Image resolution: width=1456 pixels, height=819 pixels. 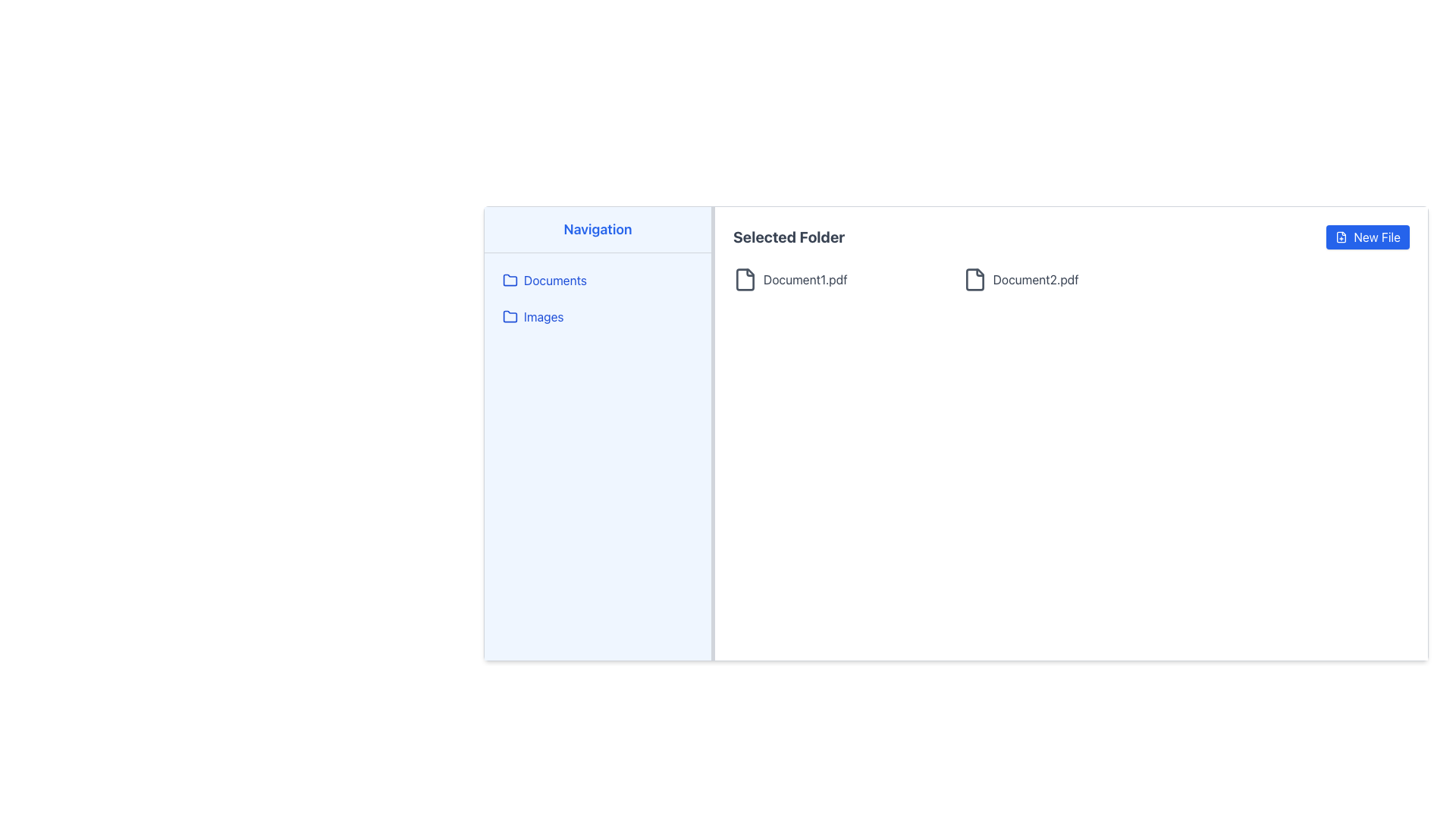 What do you see at coordinates (805, 280) in the screenshot?
I see `the filename label 'Document1.pdf'` at bounding box center [805, 280].